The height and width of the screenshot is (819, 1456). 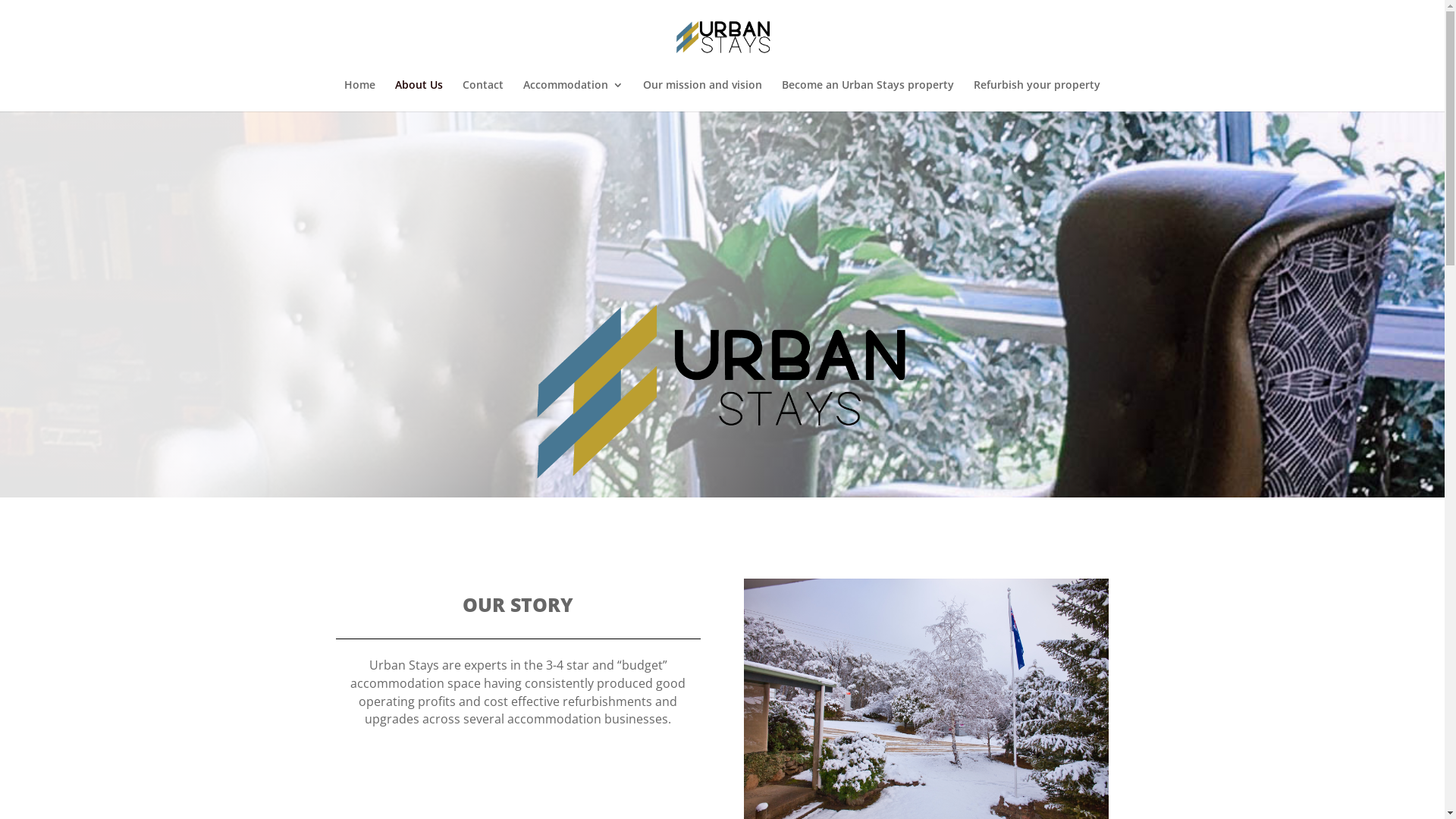 What do you see at coordinates (344, 96) in the screenshot?
I see `'Home'` at bounding box center [344, 96].